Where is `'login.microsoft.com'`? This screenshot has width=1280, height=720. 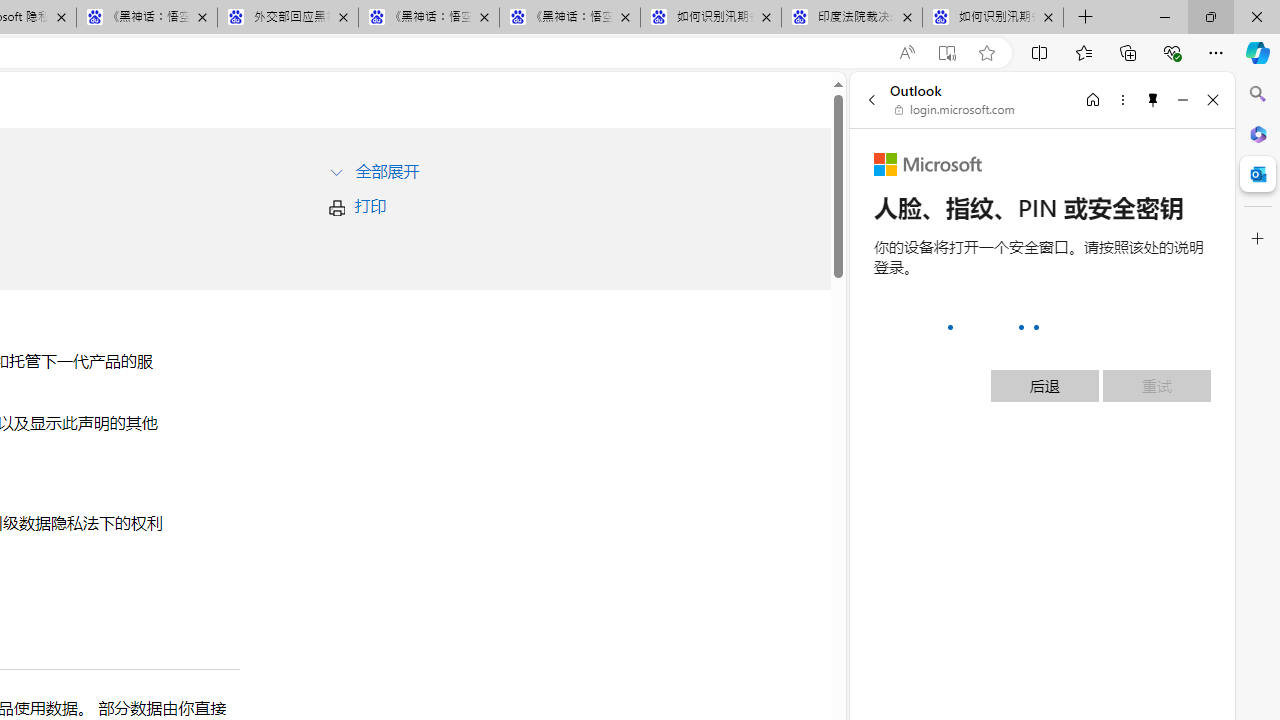 'login.microsoft.com' is located at coordinates (954, 110).